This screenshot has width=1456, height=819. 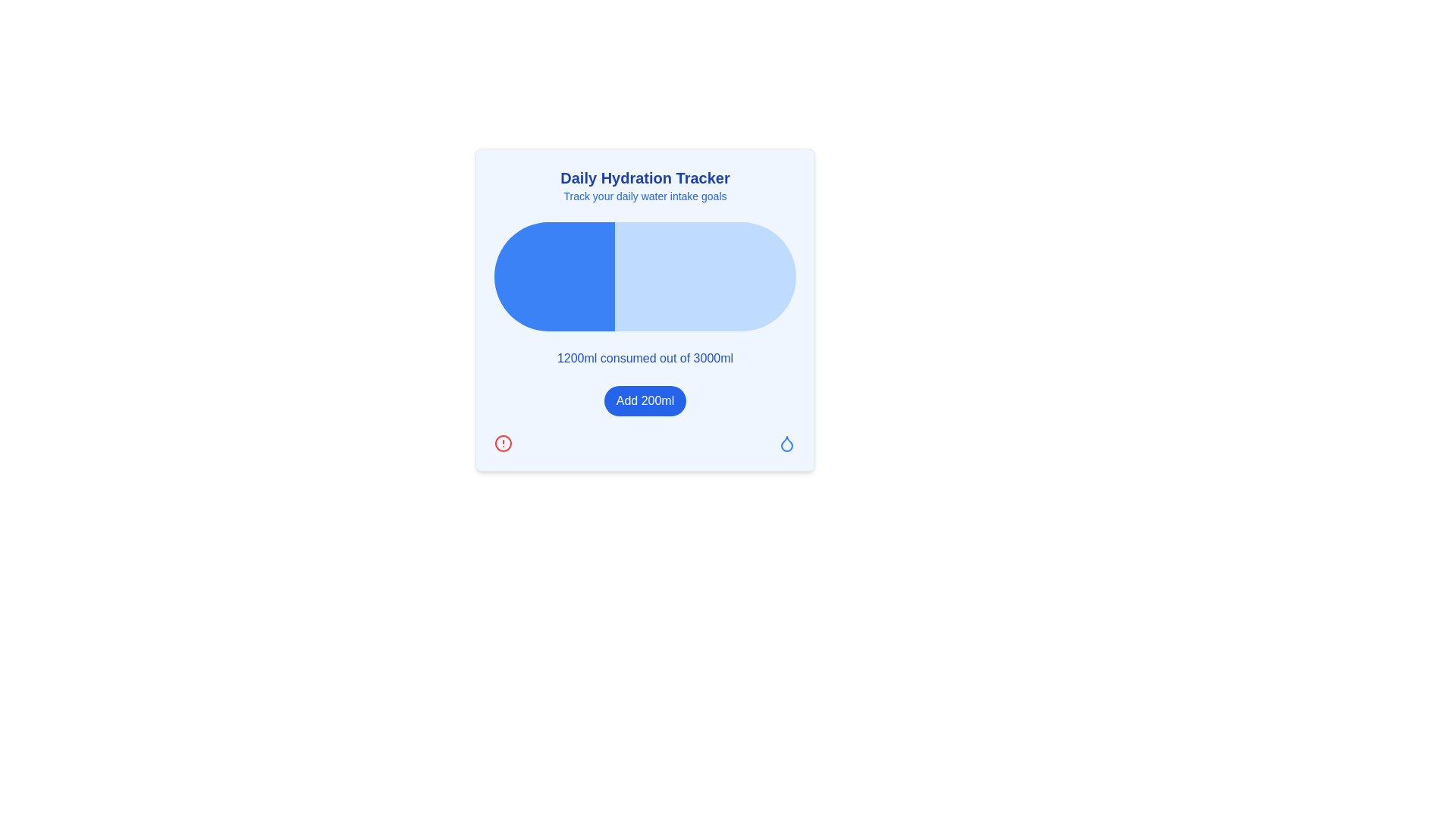 I want to click on the text display indicating '1200ml consumed out of 3000ml' in blue text, located centrally below the blue progress bar in the hydration tracking interface, so click(x=645, y=359).